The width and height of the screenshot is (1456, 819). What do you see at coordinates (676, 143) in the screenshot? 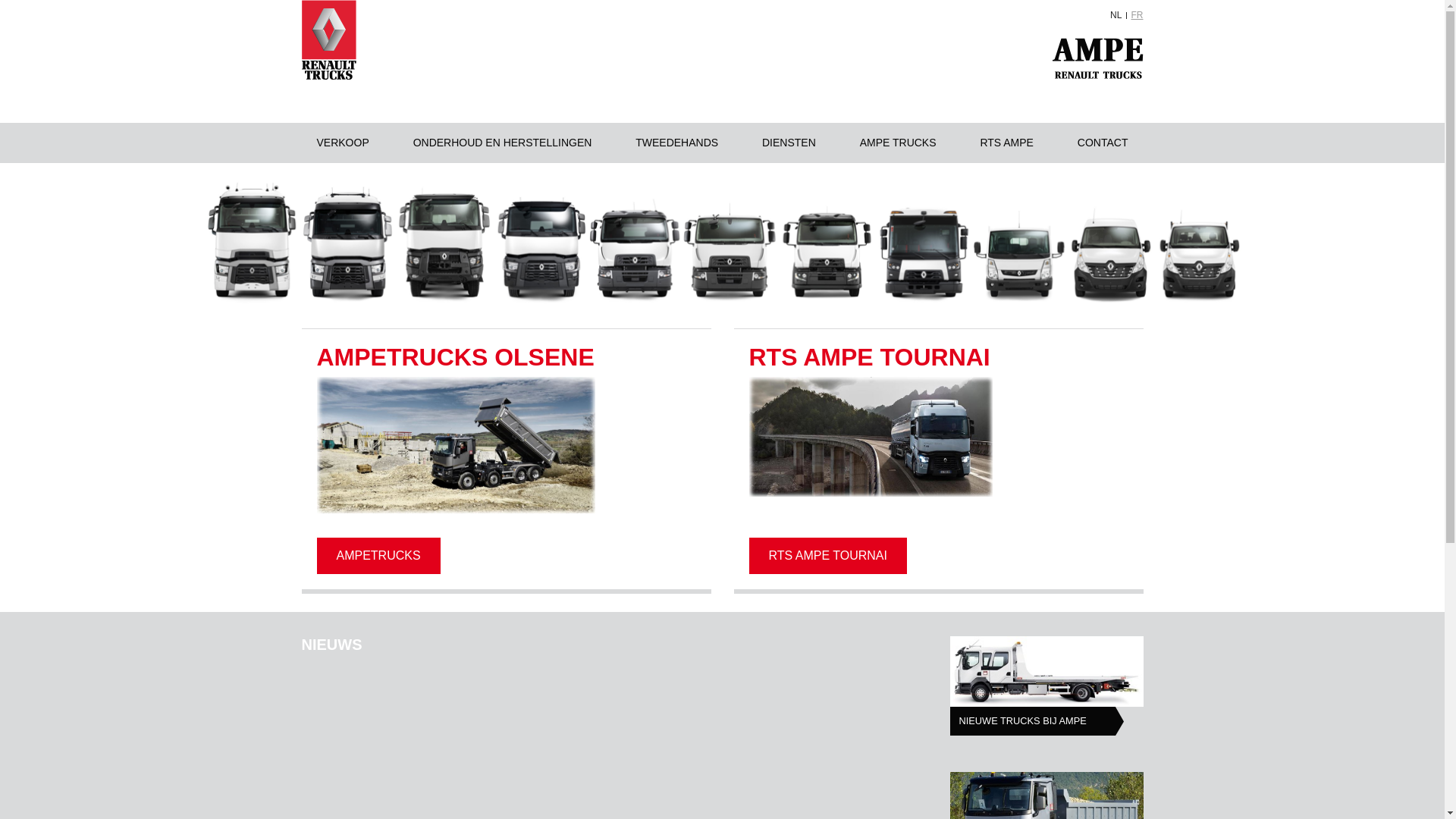
I see `'TWEEDEHANDS'` at bounding box center [676, 143].